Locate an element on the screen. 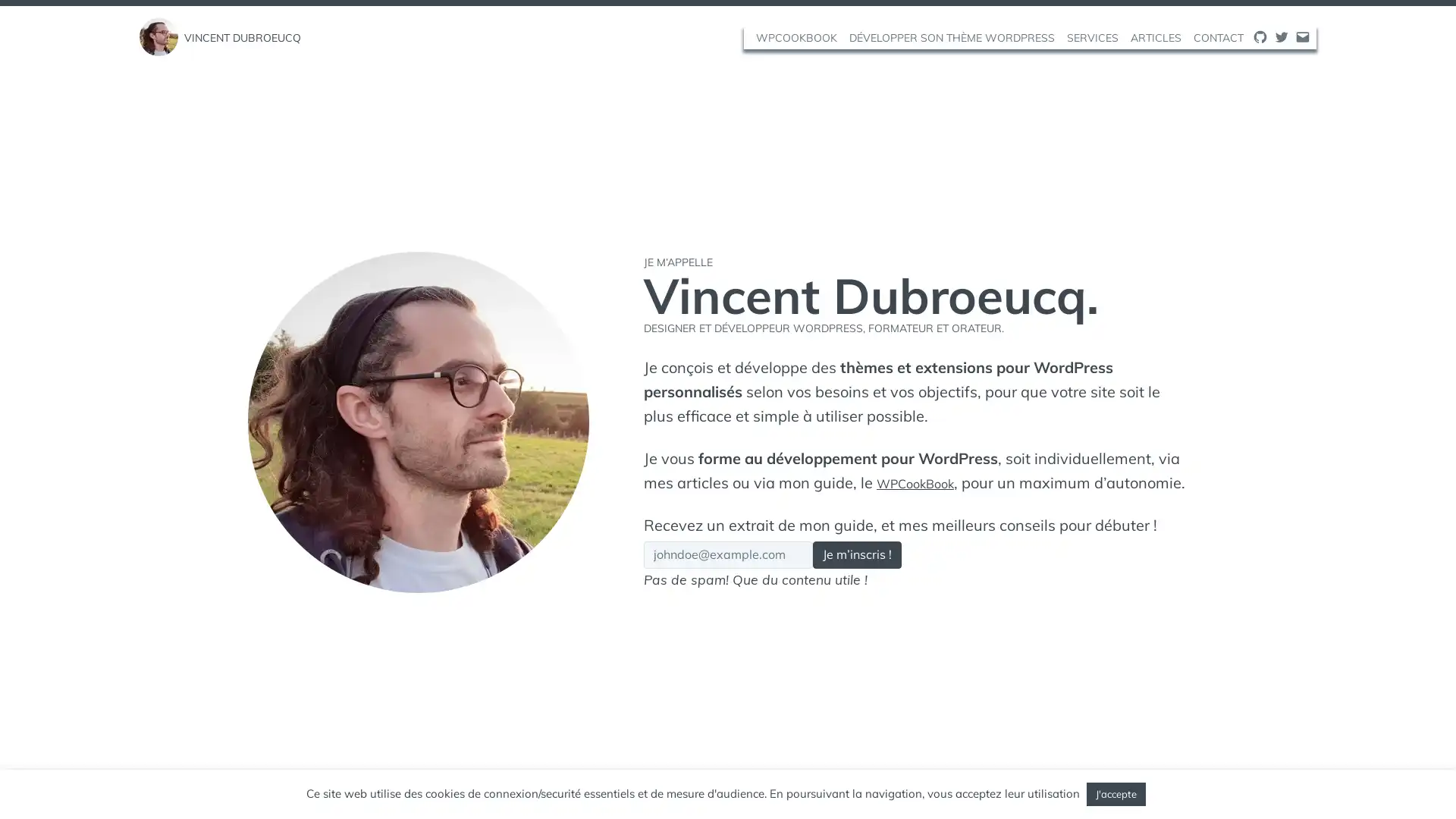 The image size is (1456, 819). J'accepte is located at coordinates (1116, 793).